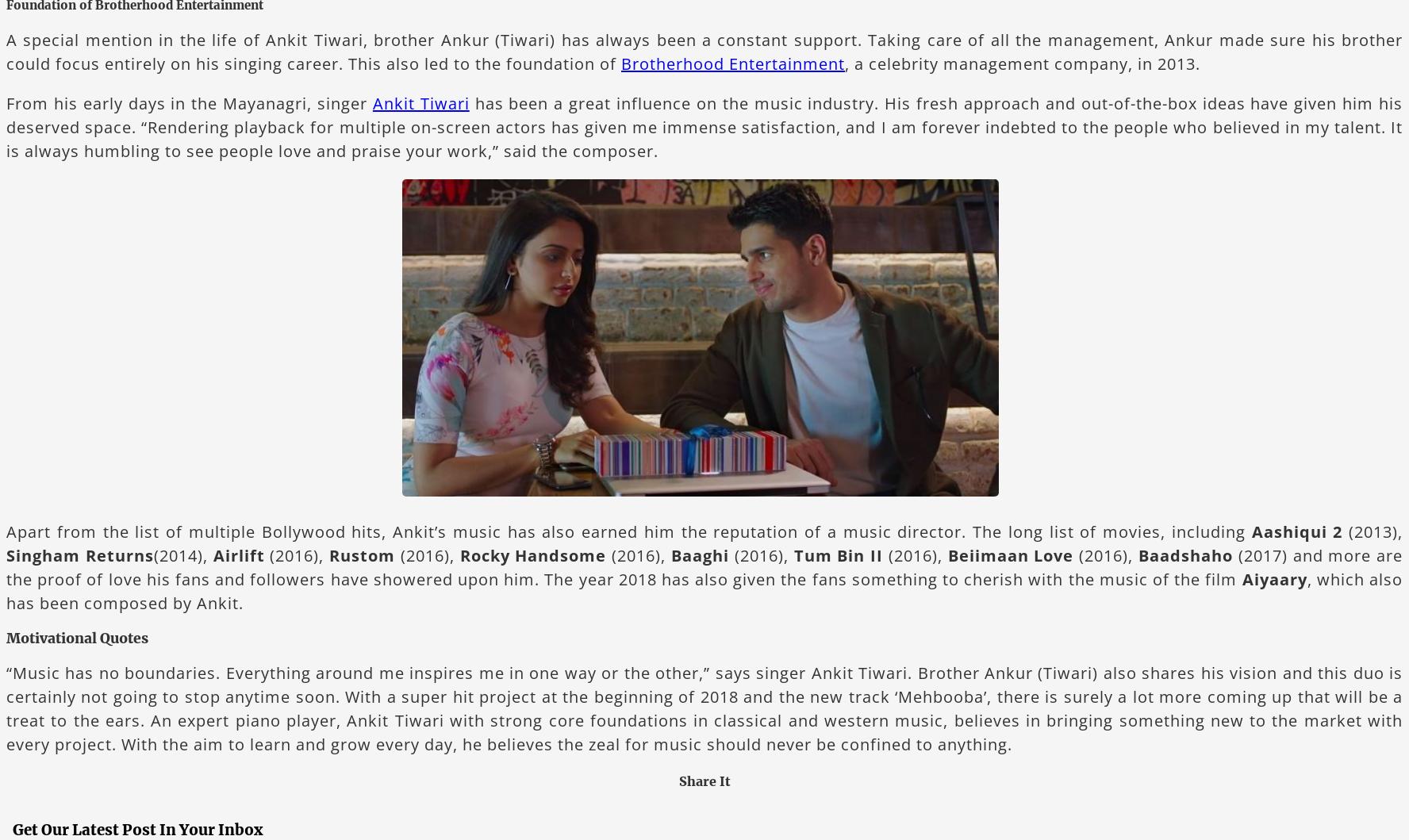  What do you see at coordinates (5, 125) in the screenshot?
I see `'has been a great influence on the music industry. His fresh approach and out-of-the-box ideas have given him his deserved space. “Rendering playback for multiple on-screen actors has given me immense satisfaction, and I am forever indebted to the people who believed in my talent. It is always humbling to see people love and praise your work,” said the composer.'` at bounding box center [5, 125].